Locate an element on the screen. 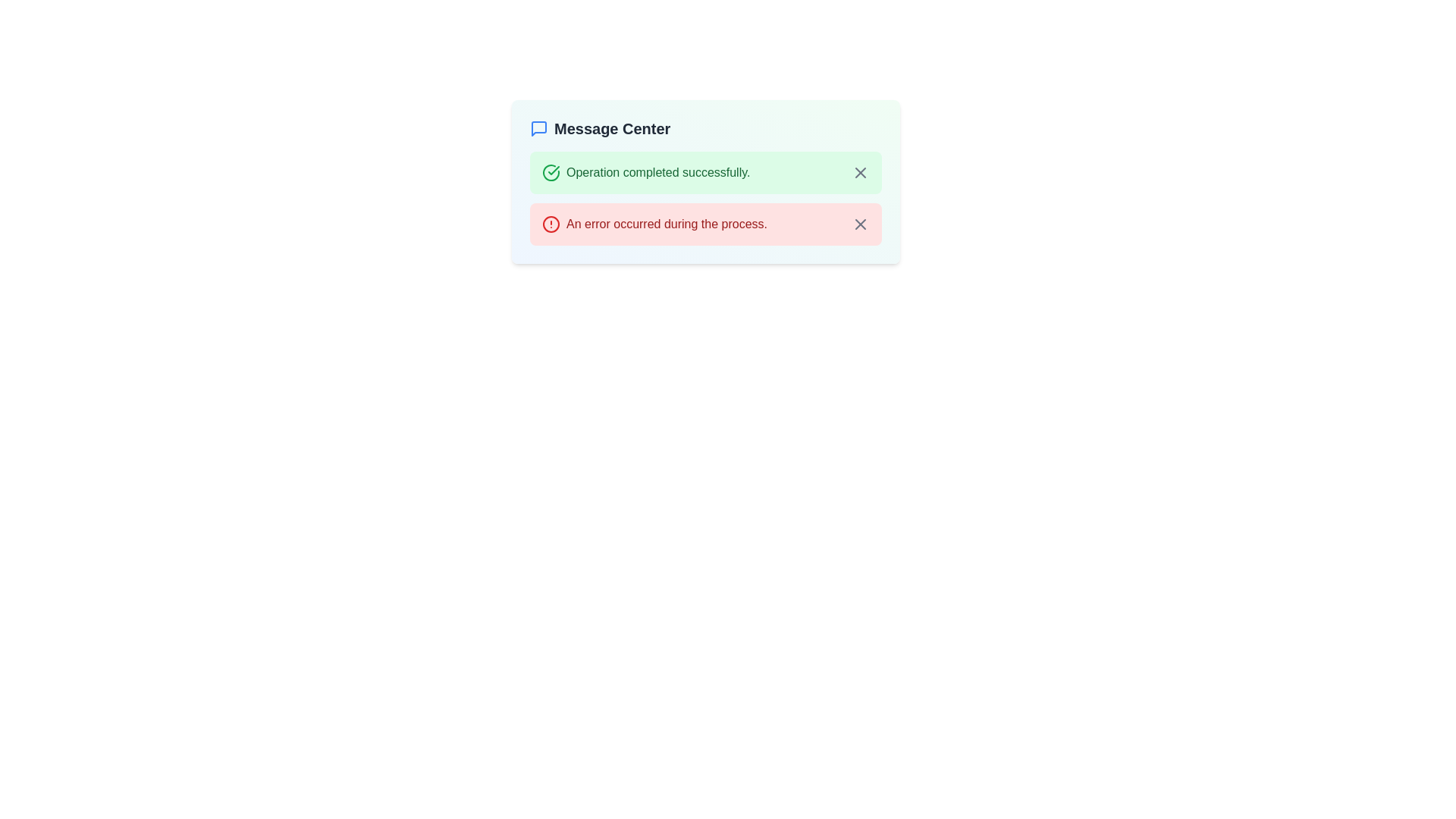 This screenshot has height=819, width=1456. the second notification message box in the 'Message Center' section, which conveys an error during a process is located at coordinates (705, 224).